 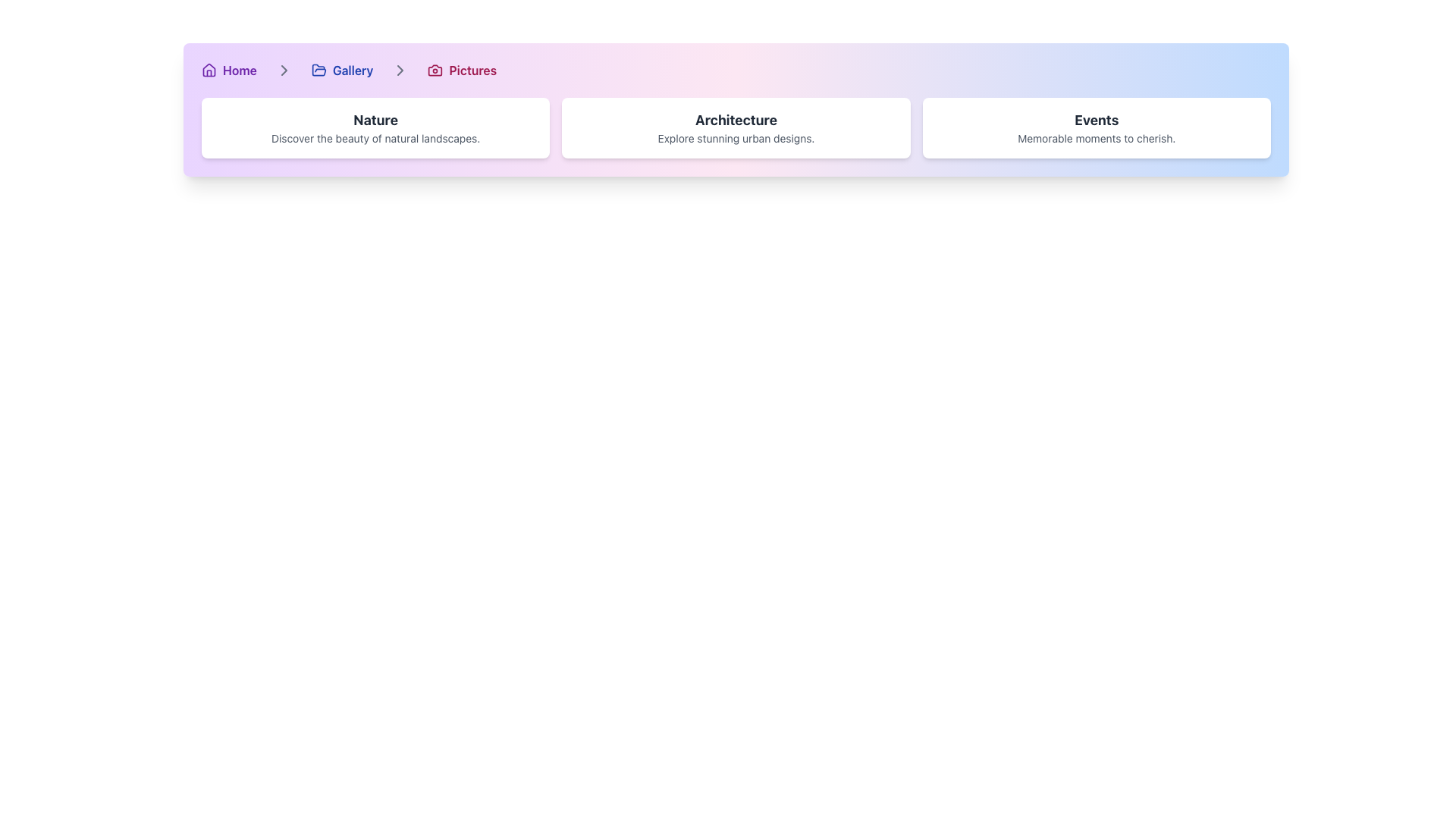 What do you see at coordinates (1097, 119) in the screenshot?
I see `the static text element that serves as a title or heading for the card, located at the top portion of the card towards the right end of a horizontal row of similar cards` at bounding box center [1097, 119].